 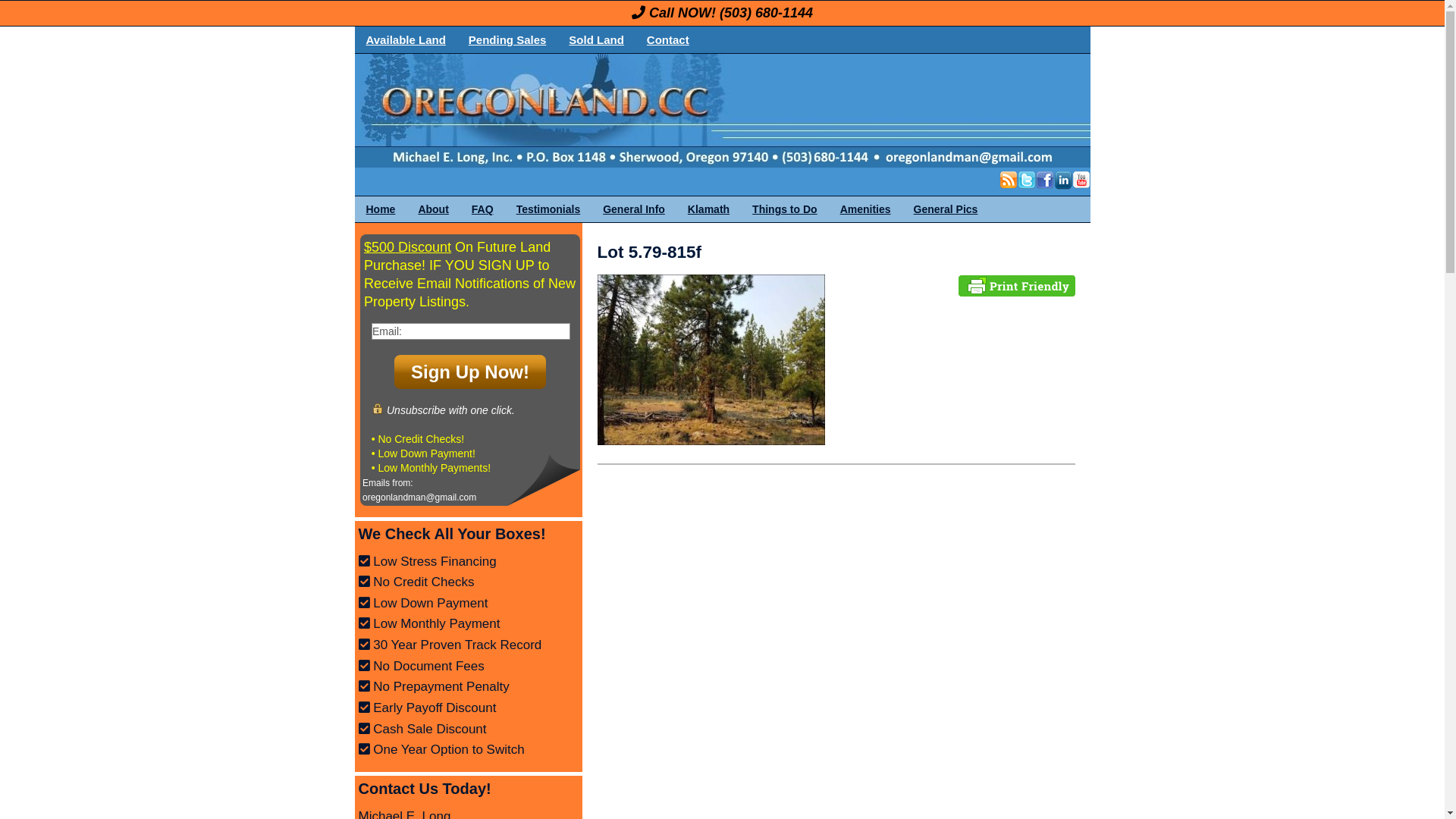 I want to click on 'Available Land', so click(x=406, y=39).